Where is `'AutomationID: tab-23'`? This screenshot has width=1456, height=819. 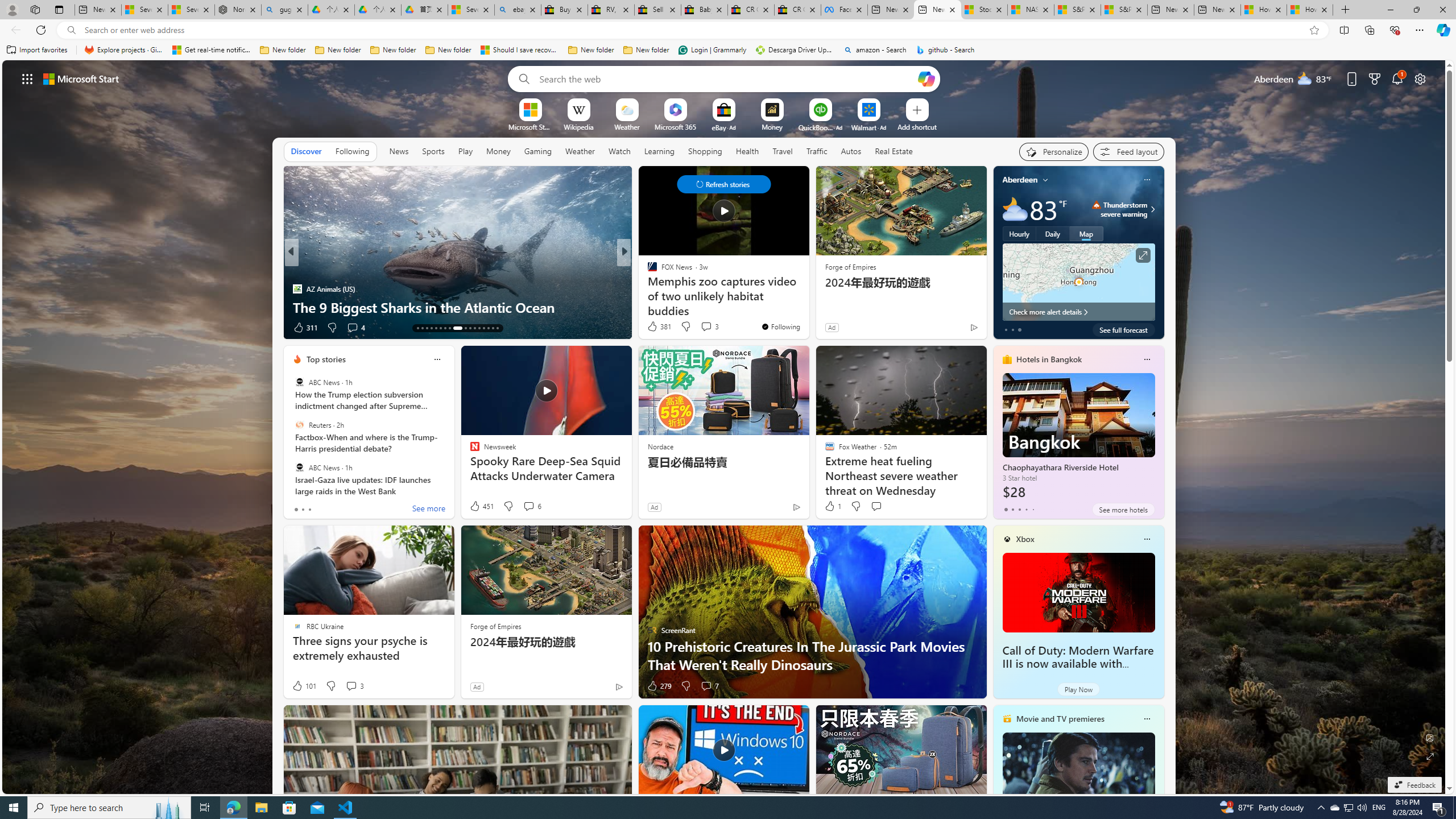
'AutomationID: tab-23' is located at coordinates (470, 328).